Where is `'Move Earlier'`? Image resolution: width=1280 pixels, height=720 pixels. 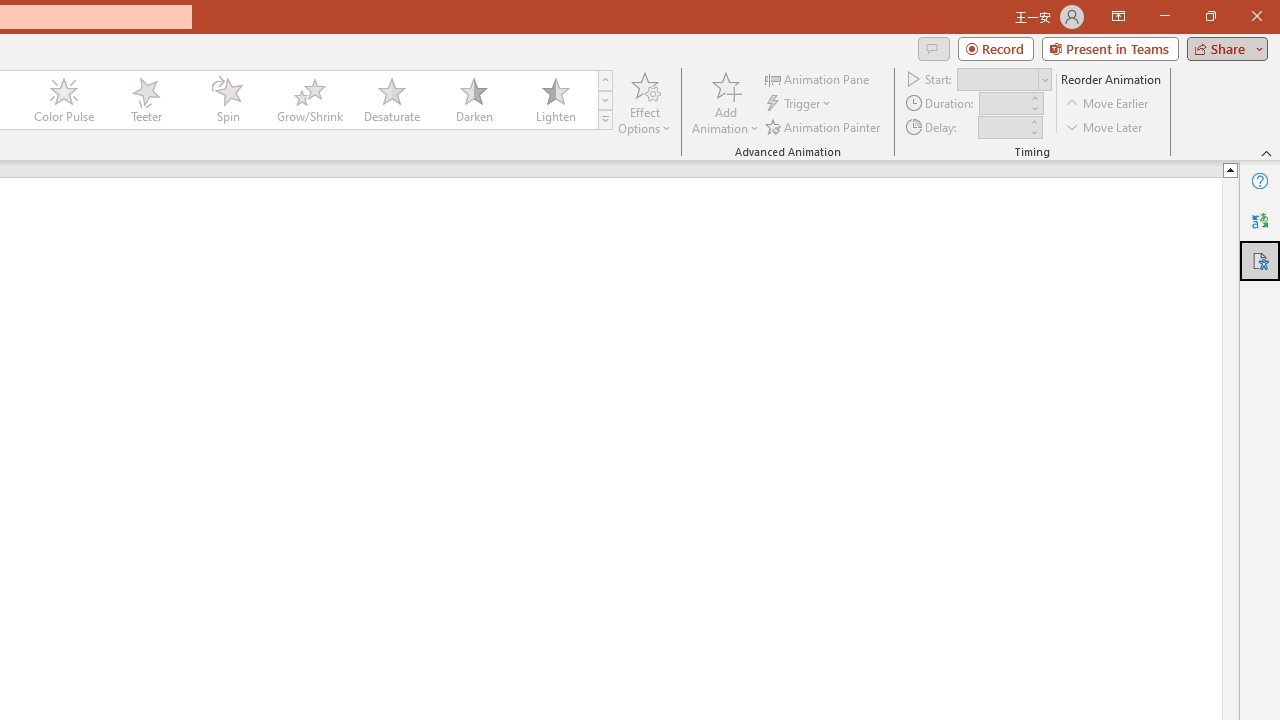 'Move Earlier' is located at coordinates (1106, 103).